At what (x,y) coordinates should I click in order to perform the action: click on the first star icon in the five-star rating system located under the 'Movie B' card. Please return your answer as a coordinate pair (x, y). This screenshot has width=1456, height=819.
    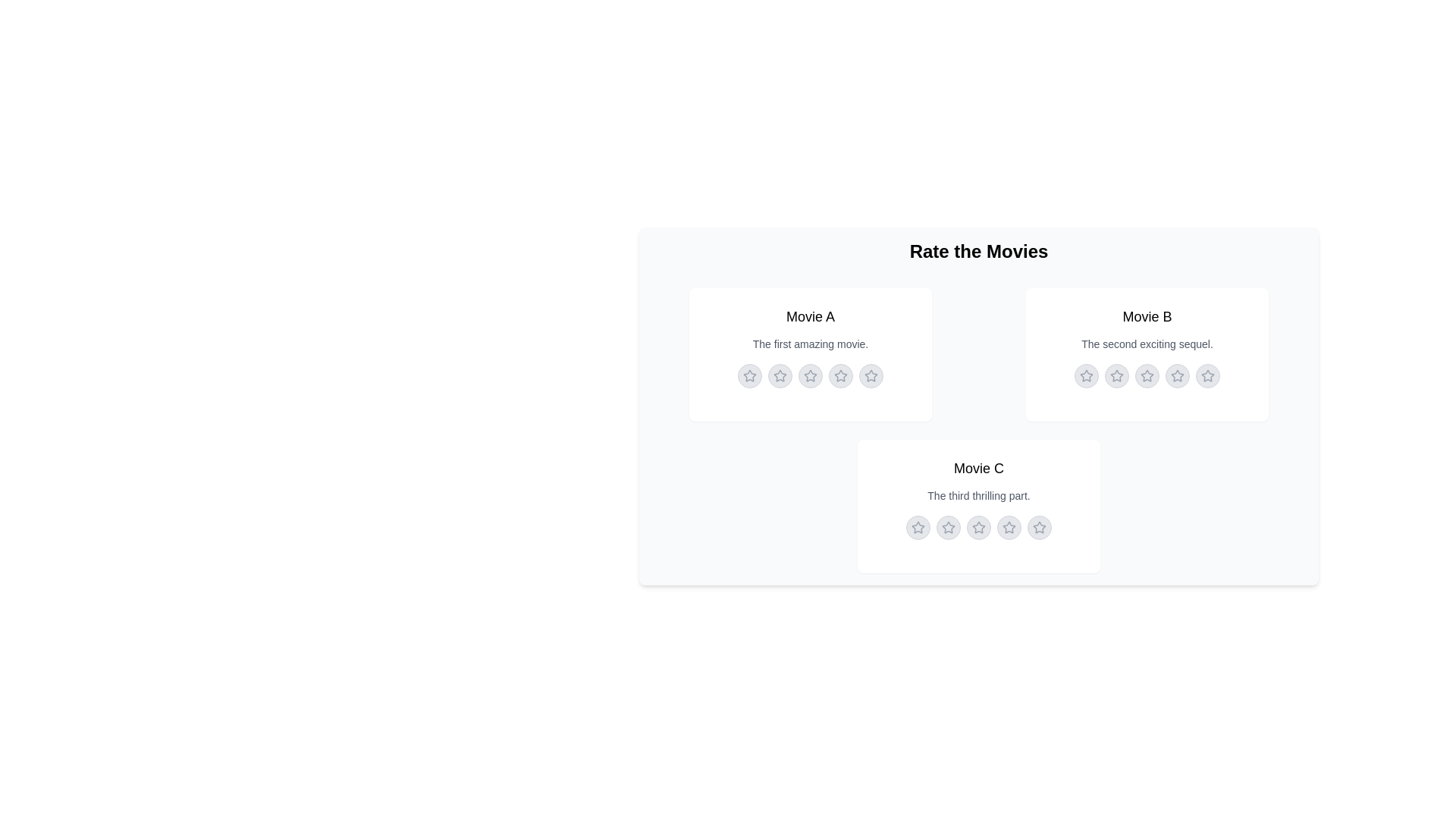
    Looking at the image, I should click on (1117, 375).